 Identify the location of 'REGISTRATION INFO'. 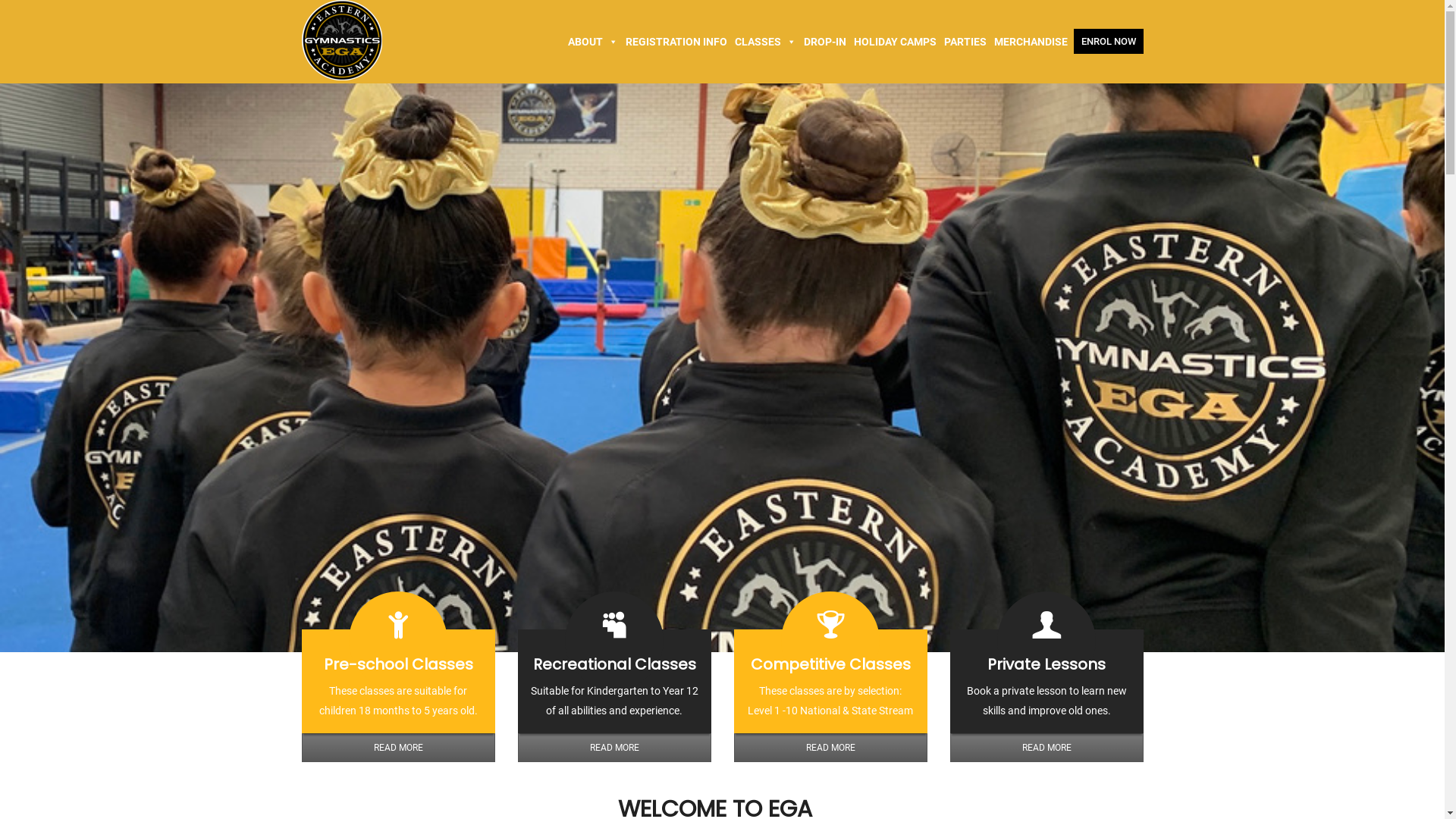
(676, 40).